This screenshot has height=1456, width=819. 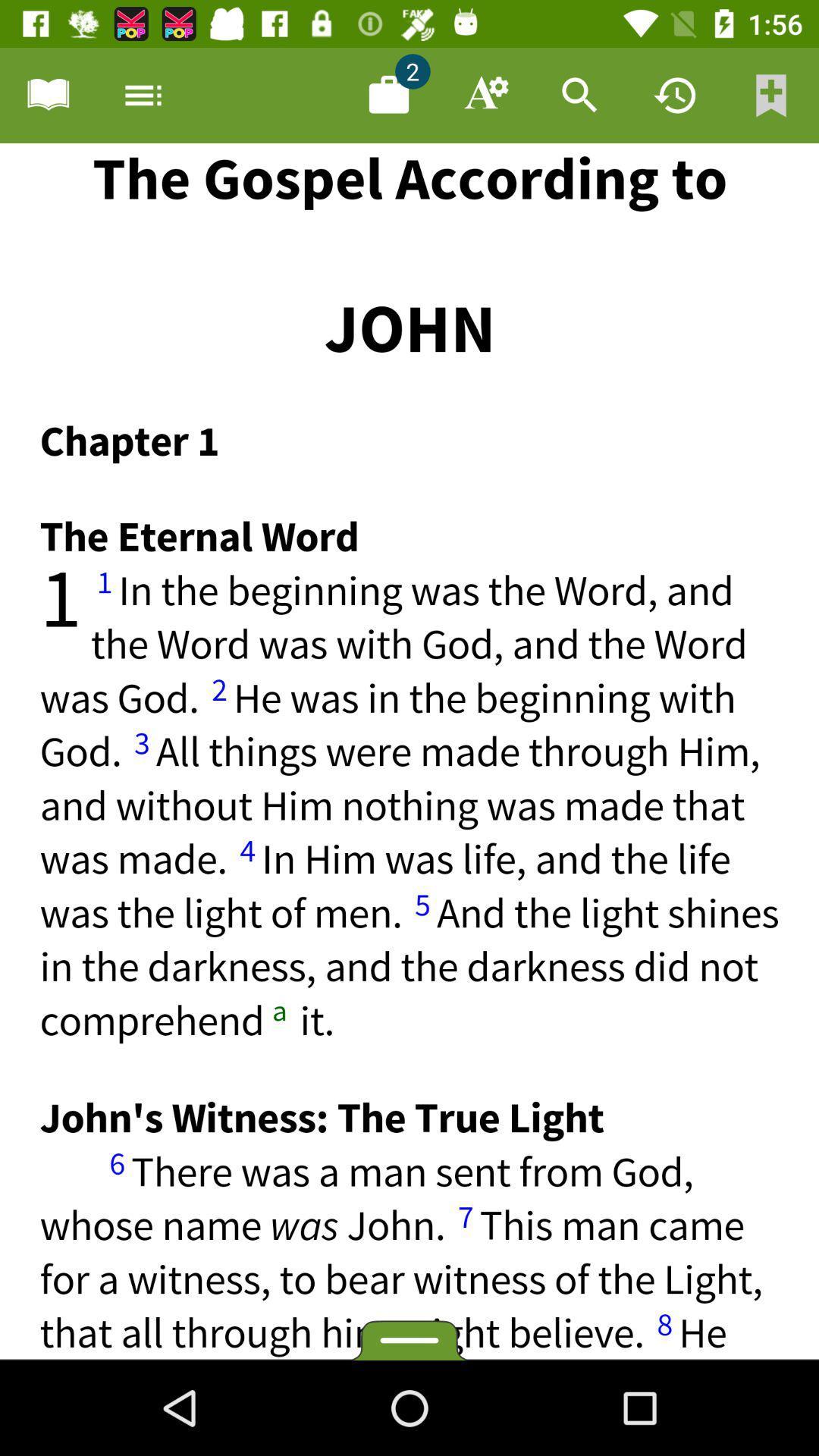 What do you see at coordinates (579, 94) in the screenshot?
I see `search document` at bounding box center [579, 94].